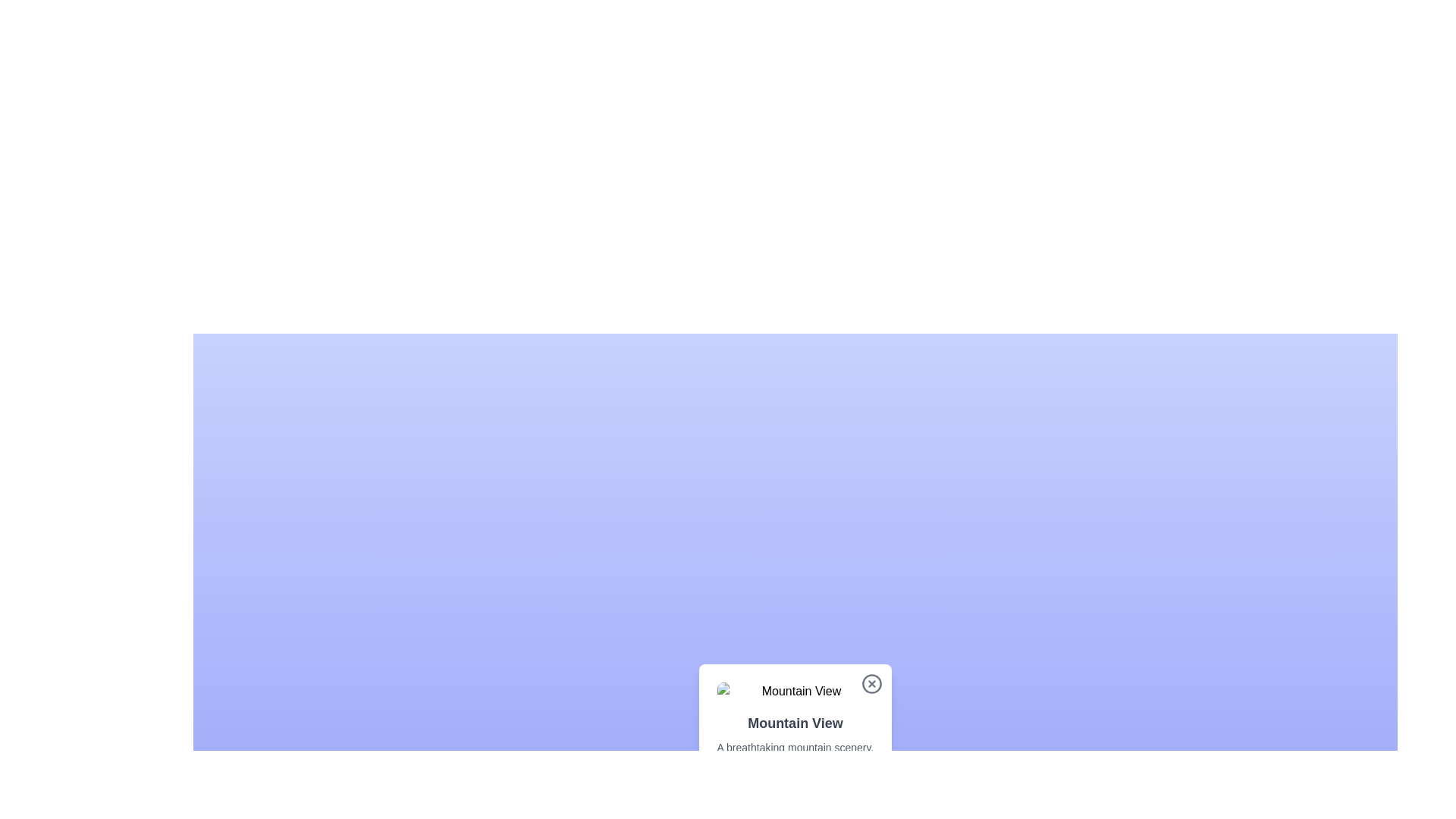  I want to click on text block containing the bold heading 'Mountain View' and the subtext 'A breathtaking mountain scenery.' which is located centrally below the image thumbnail, so click(794, 733).